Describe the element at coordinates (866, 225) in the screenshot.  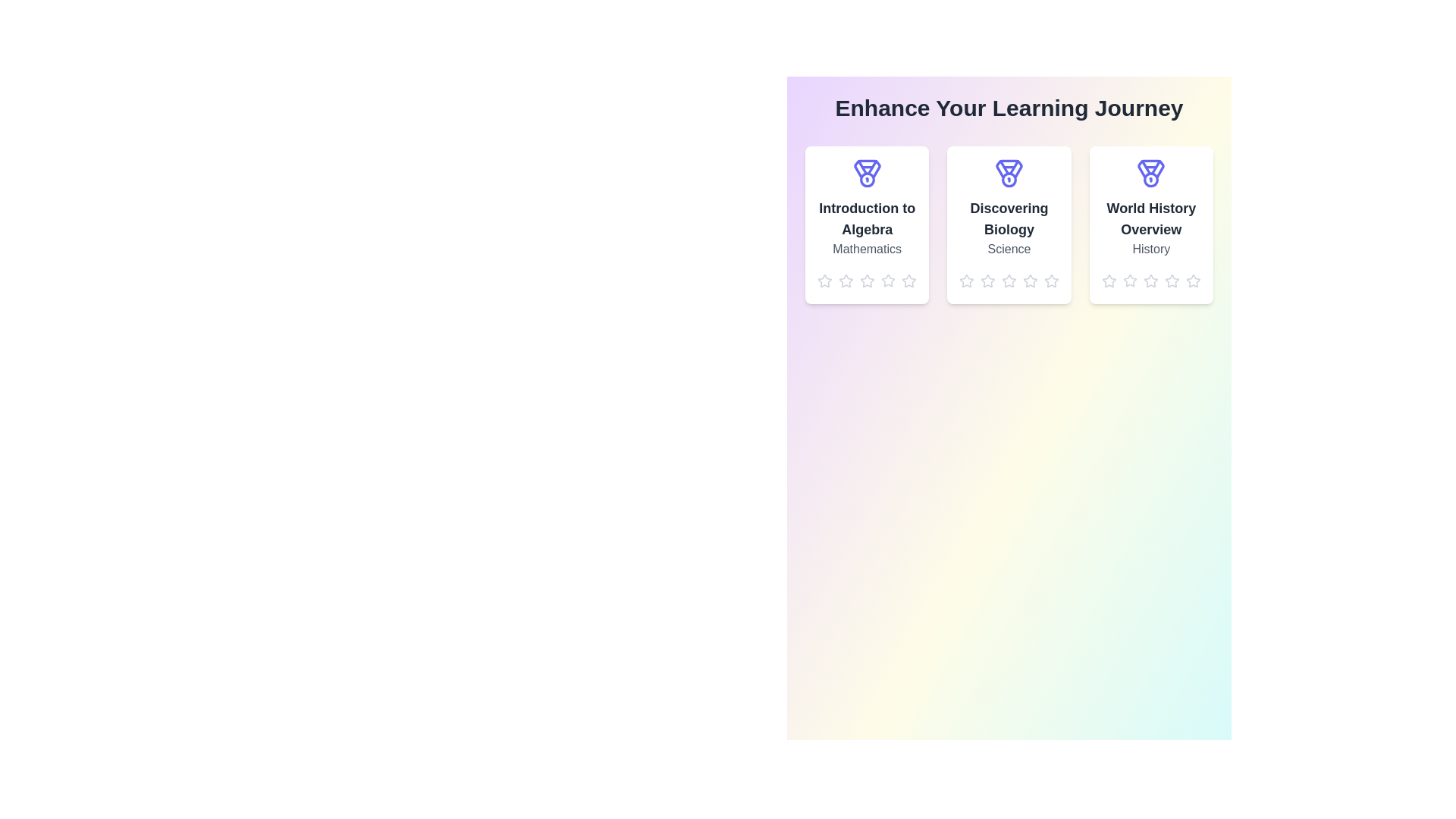
I see `the card for the module titled 'Introduction to Algebra'` at that location.